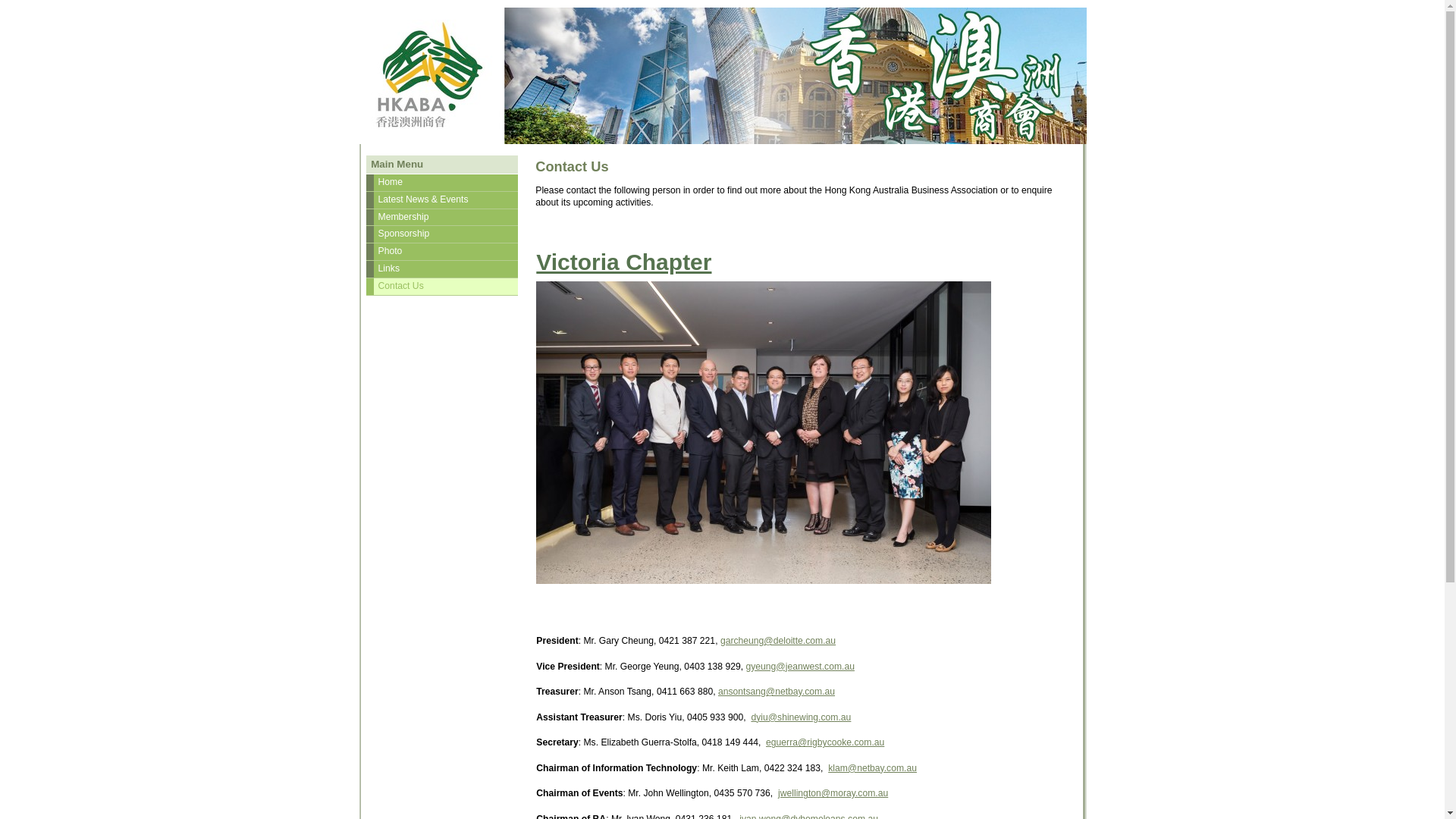 Image resolution: width=1456 pixels, height=819 pixels. Describe the element at coordinates (441, 181) in the screenshot. I see `'Home'` at that location.